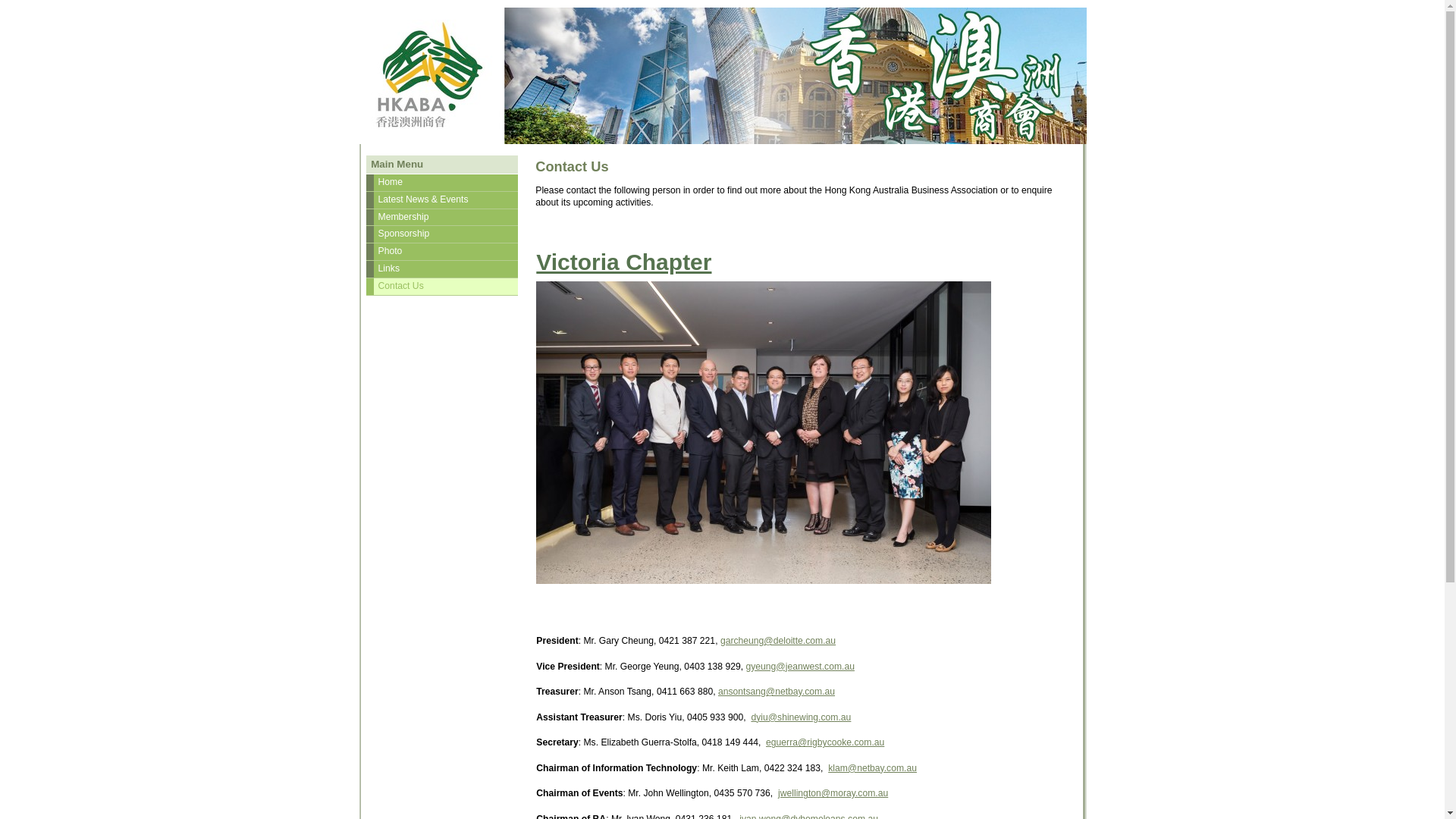 Image resolution: width=1456 pixels, height=819 pixels. Describe the element at coordinates (441, 181) in the screenshot. I see `'Home'` at that location.